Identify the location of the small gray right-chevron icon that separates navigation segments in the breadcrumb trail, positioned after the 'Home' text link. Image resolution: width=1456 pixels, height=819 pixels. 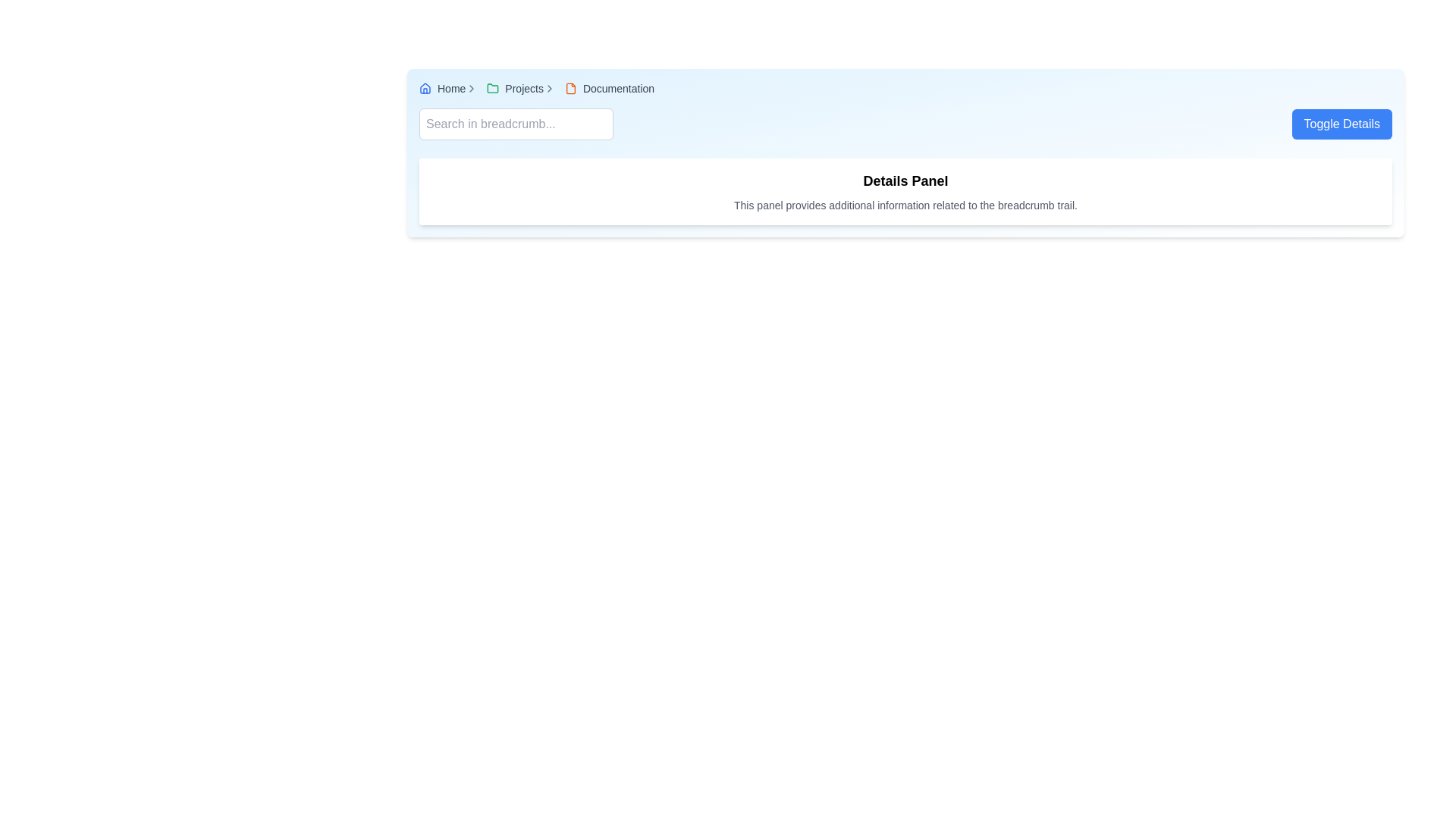
(471, 88).